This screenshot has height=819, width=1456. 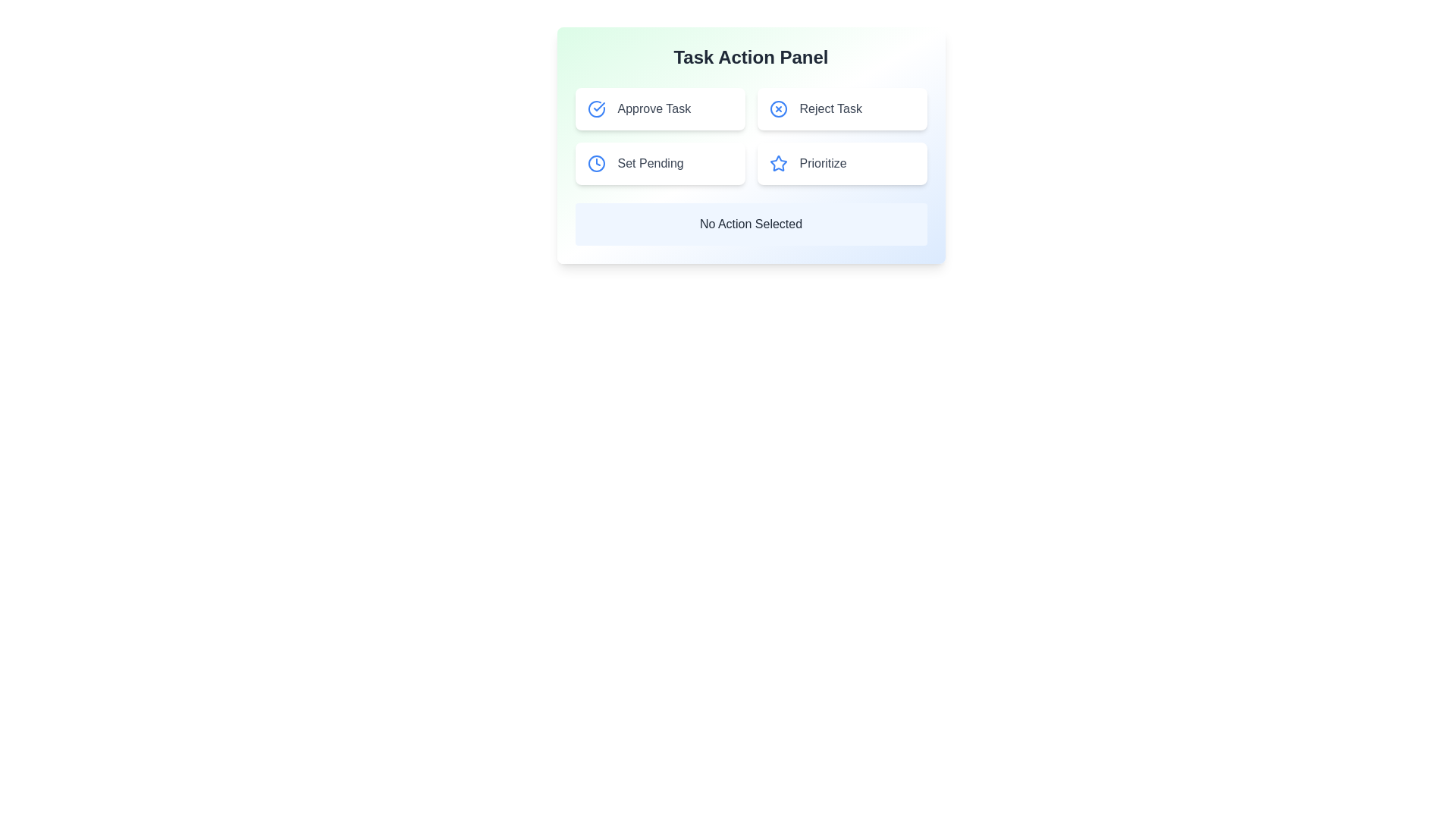 What do you see at coordinates (841, 164) in the screenshot?
I see `the 'Prioritize' button located at the bottom-right of the button grid` at bounding box center [841, 164].